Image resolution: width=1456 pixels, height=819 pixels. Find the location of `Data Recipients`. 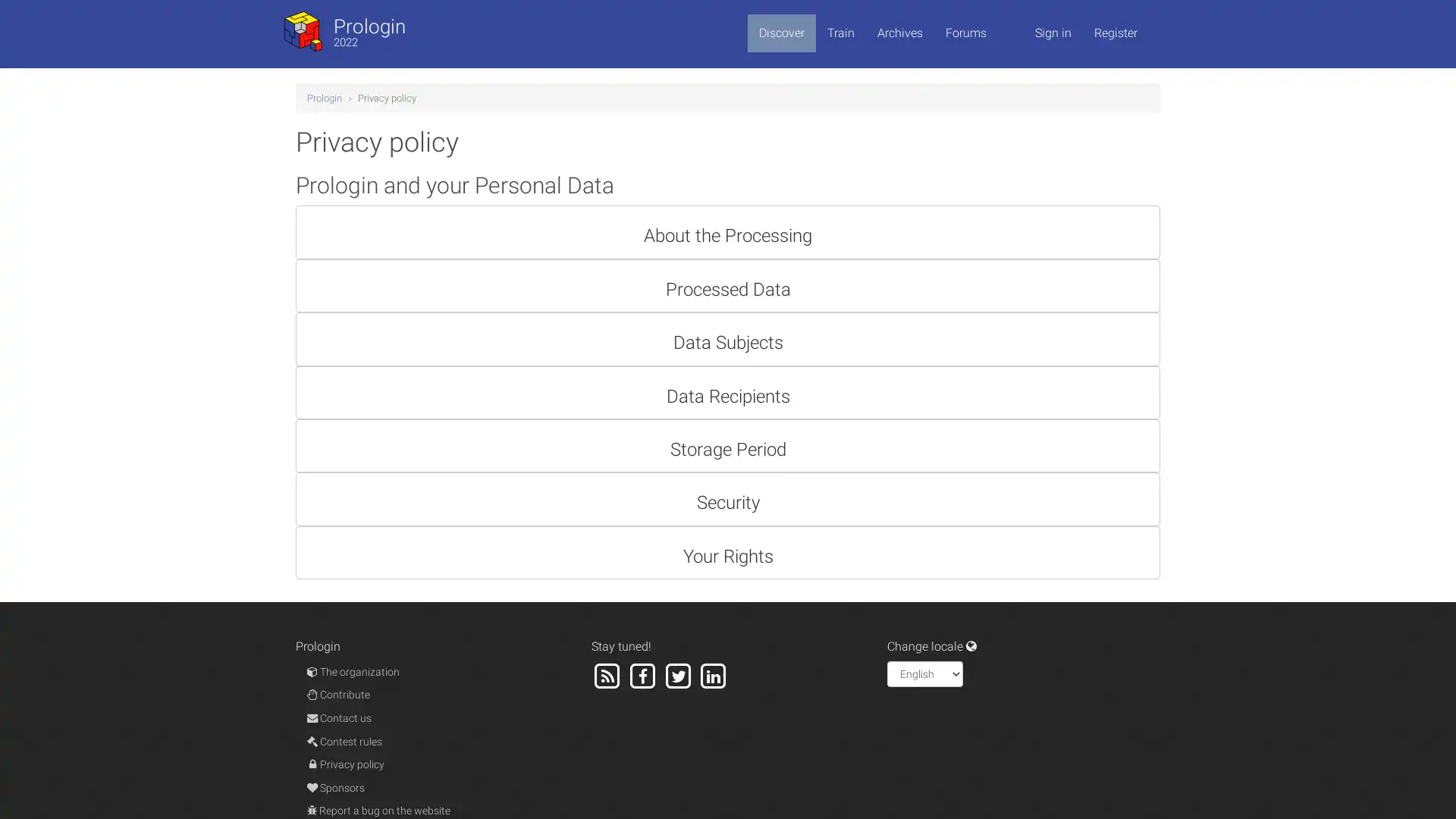

Data Recipients is located at coordinates (728, 391).